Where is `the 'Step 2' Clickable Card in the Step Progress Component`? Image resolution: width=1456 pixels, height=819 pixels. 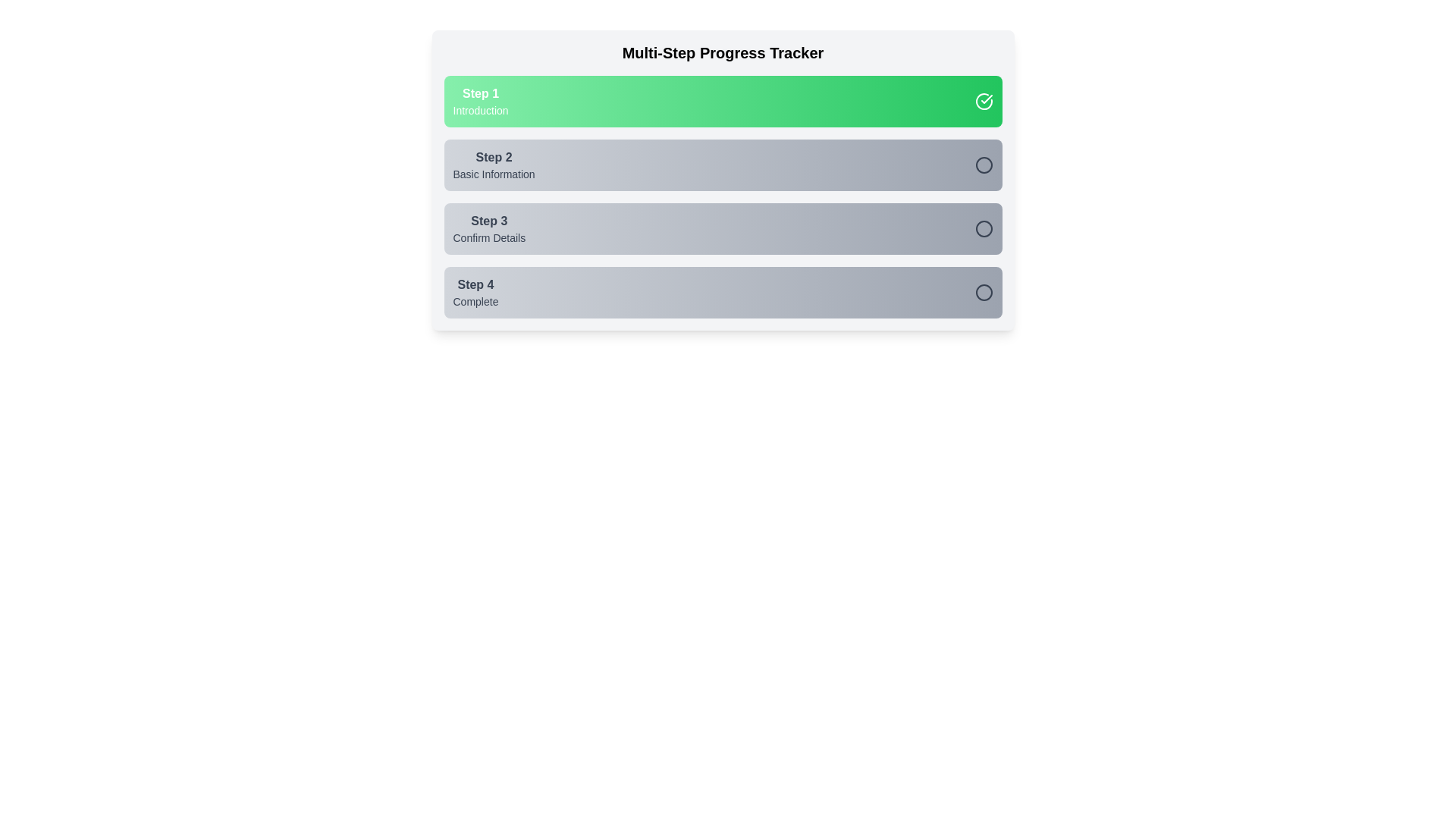
the 'Step 2' Clickable Card in the Step Progress Component is located at coordinates (722, 165).